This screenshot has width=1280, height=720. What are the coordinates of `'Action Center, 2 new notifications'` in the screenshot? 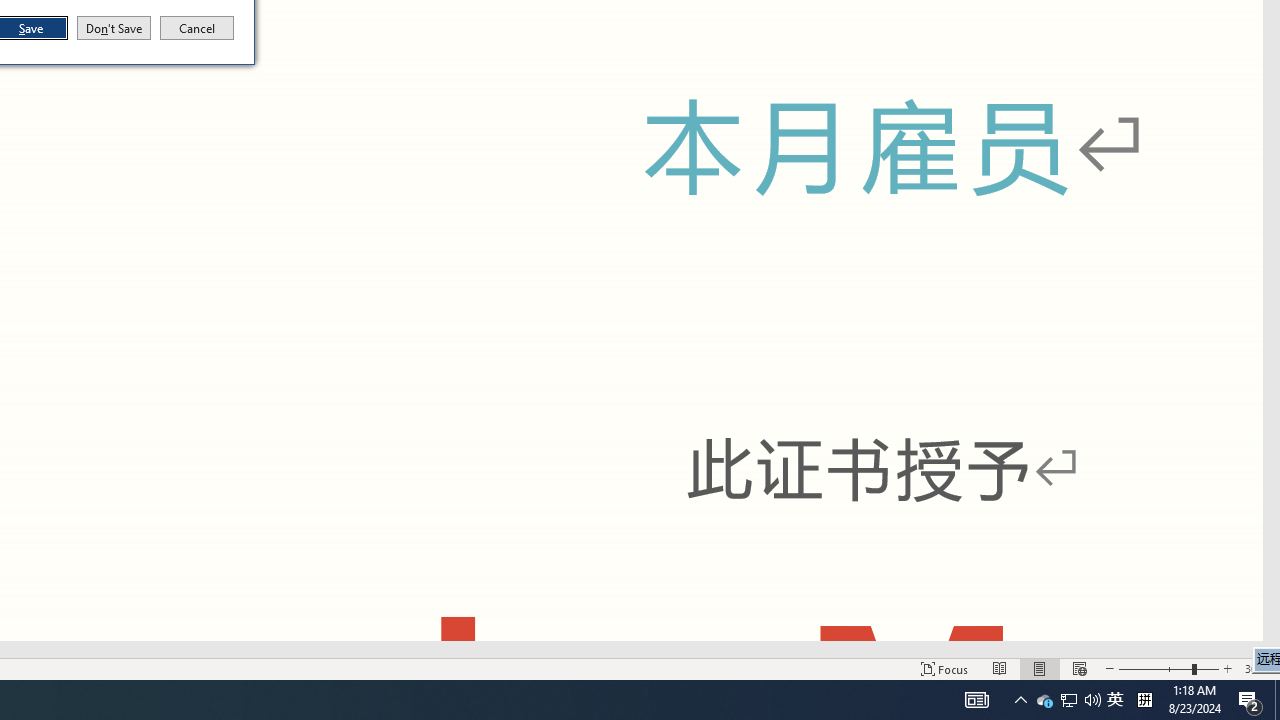 It's located at (1250, 698).